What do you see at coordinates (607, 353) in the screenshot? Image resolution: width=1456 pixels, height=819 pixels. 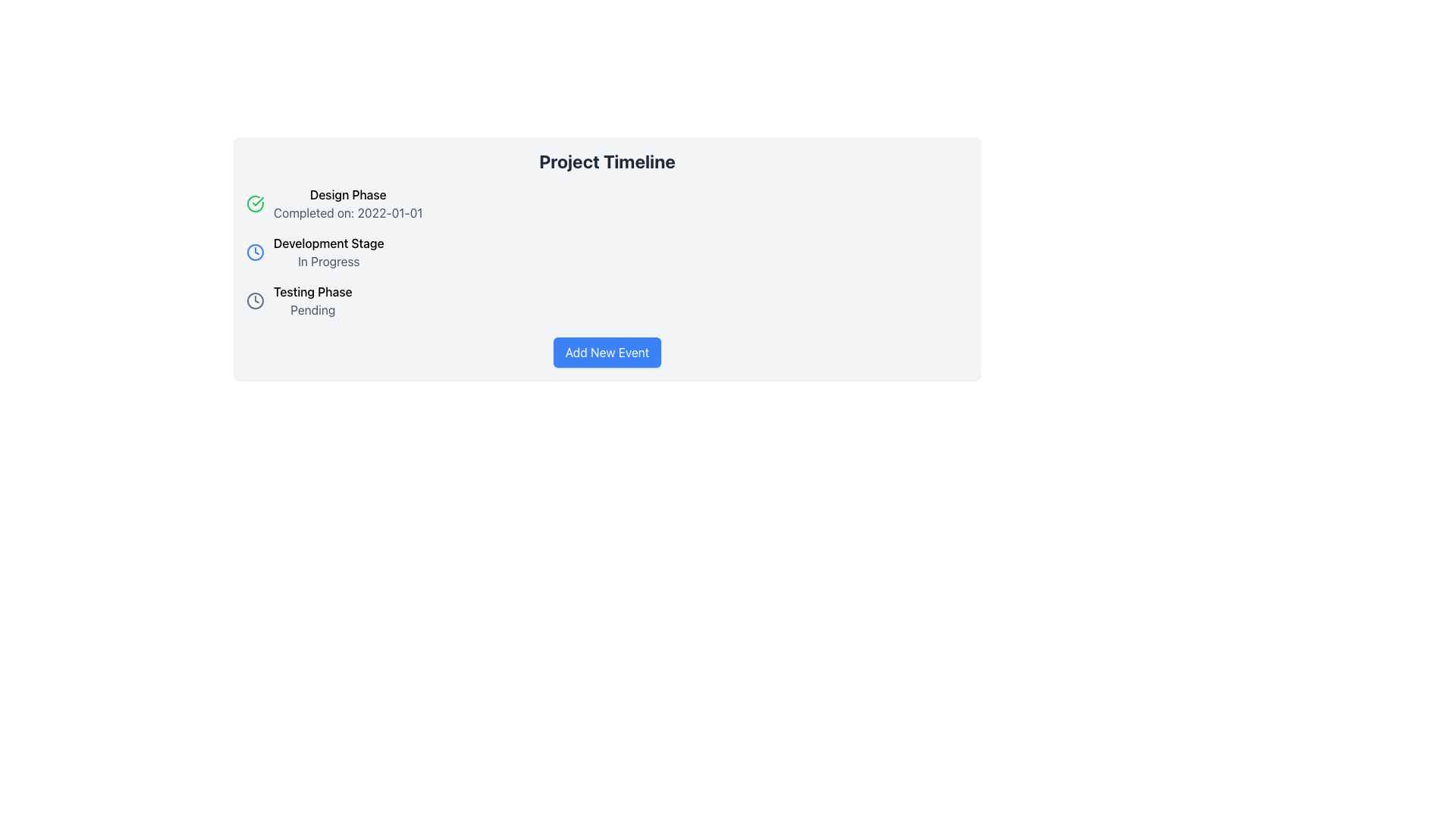 I see `the button used to add a new event to the timeline, located at the bottom center of the 'Project Timeline' section, to change its appearance` at bounding box center [607, 353].